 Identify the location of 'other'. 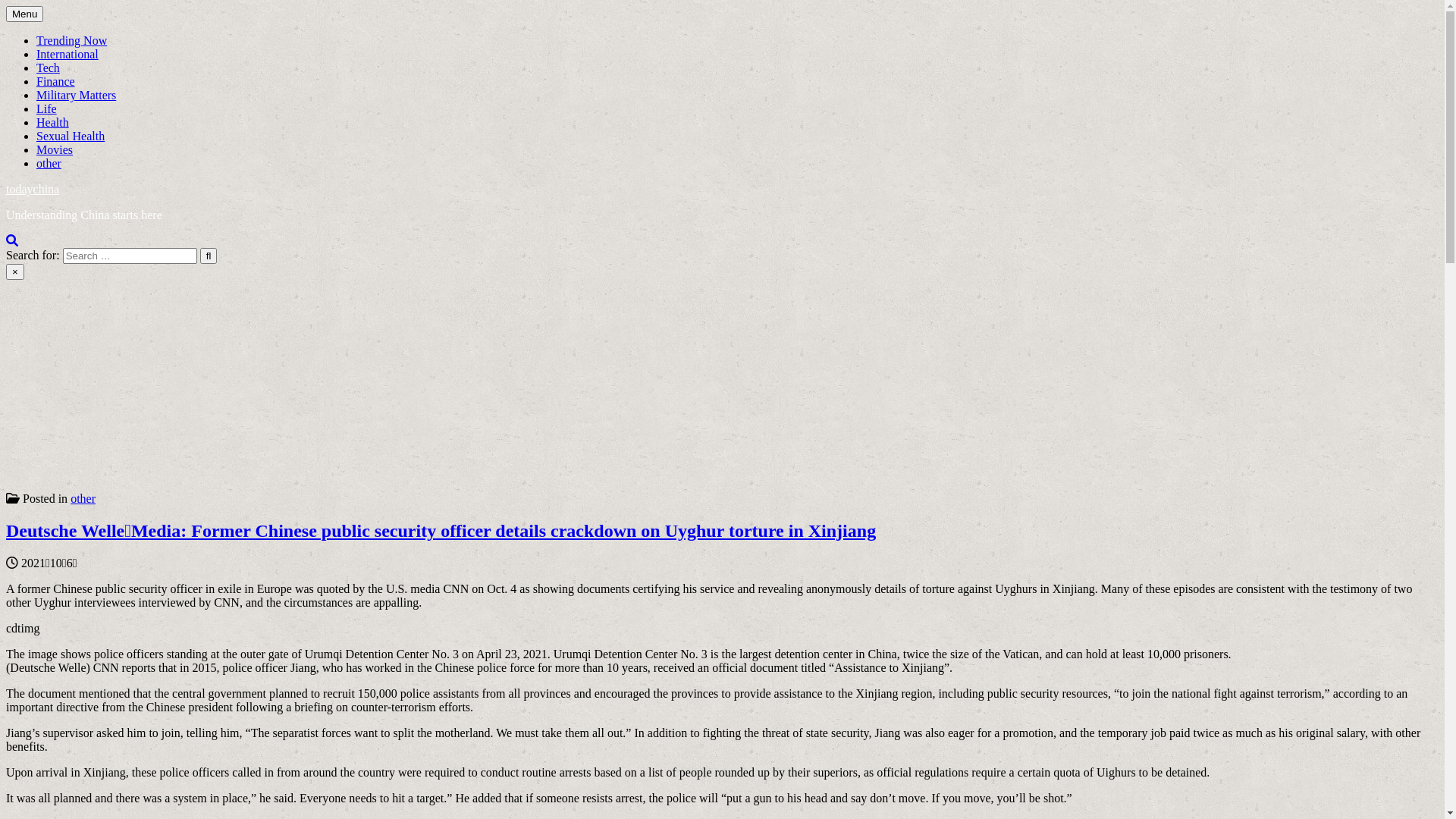
(69, 498).